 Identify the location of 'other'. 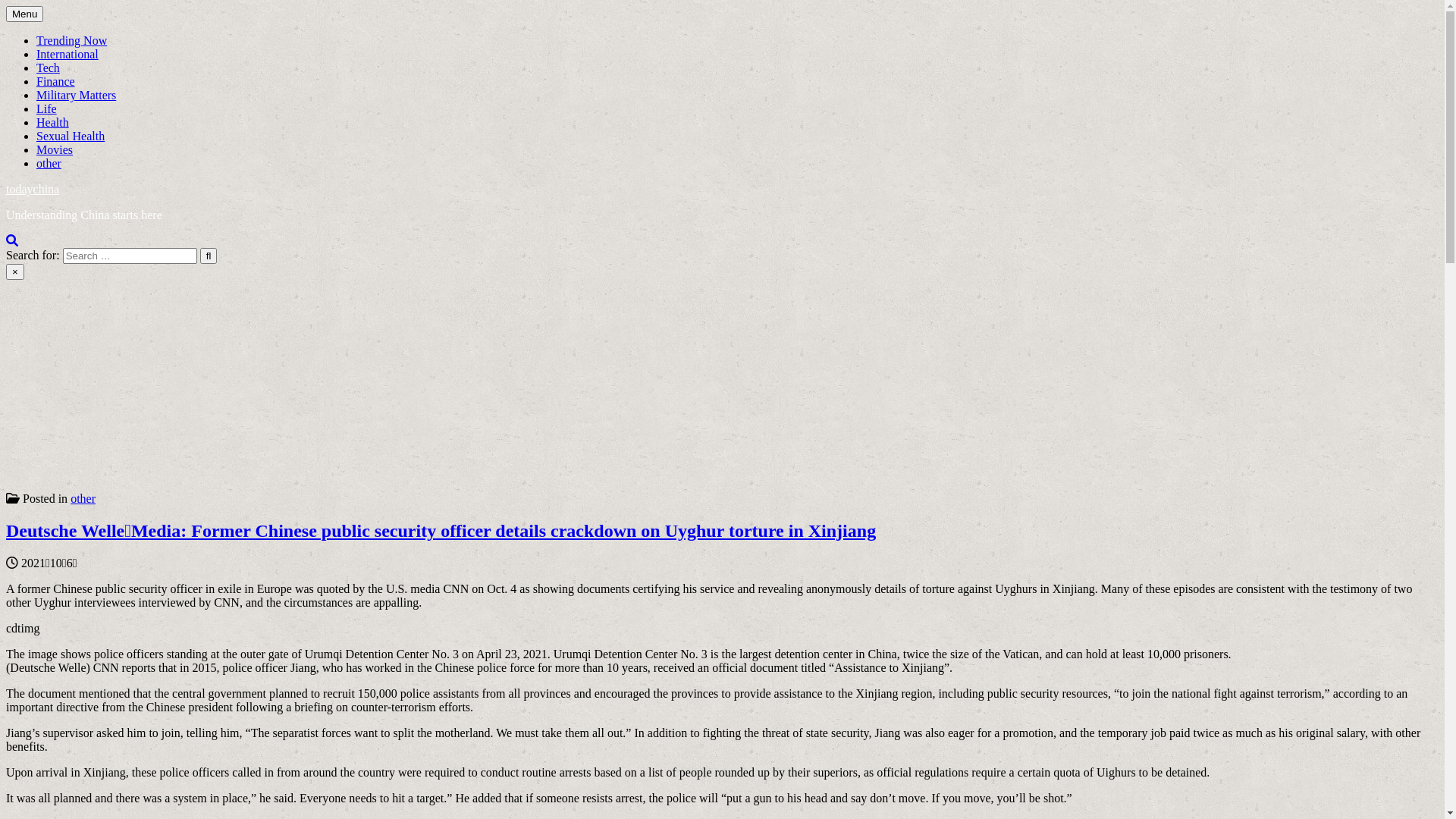
(69, 498).